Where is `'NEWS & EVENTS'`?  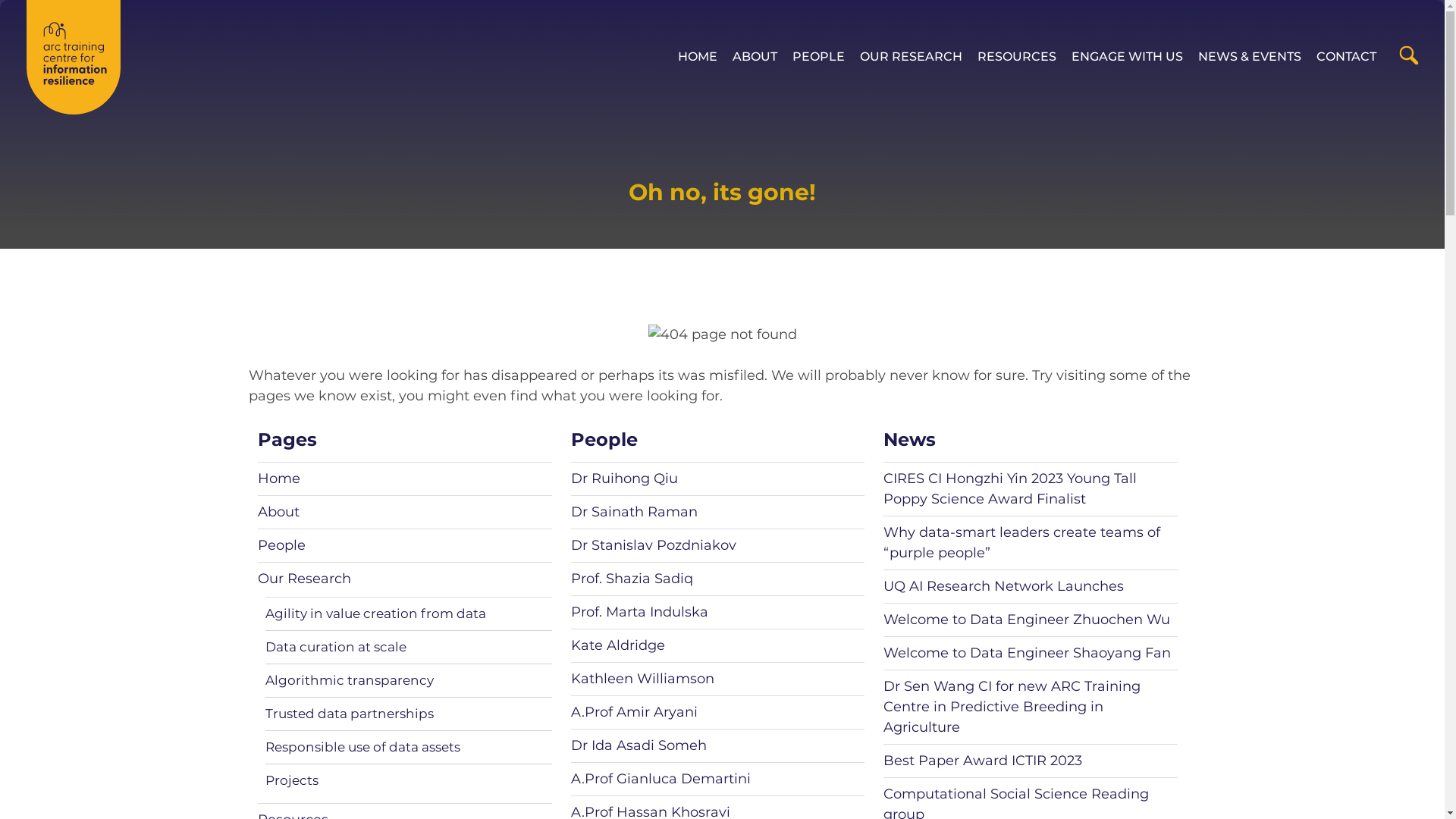 'NEWS & EVENTS' is located at coordinates (1197, 55).